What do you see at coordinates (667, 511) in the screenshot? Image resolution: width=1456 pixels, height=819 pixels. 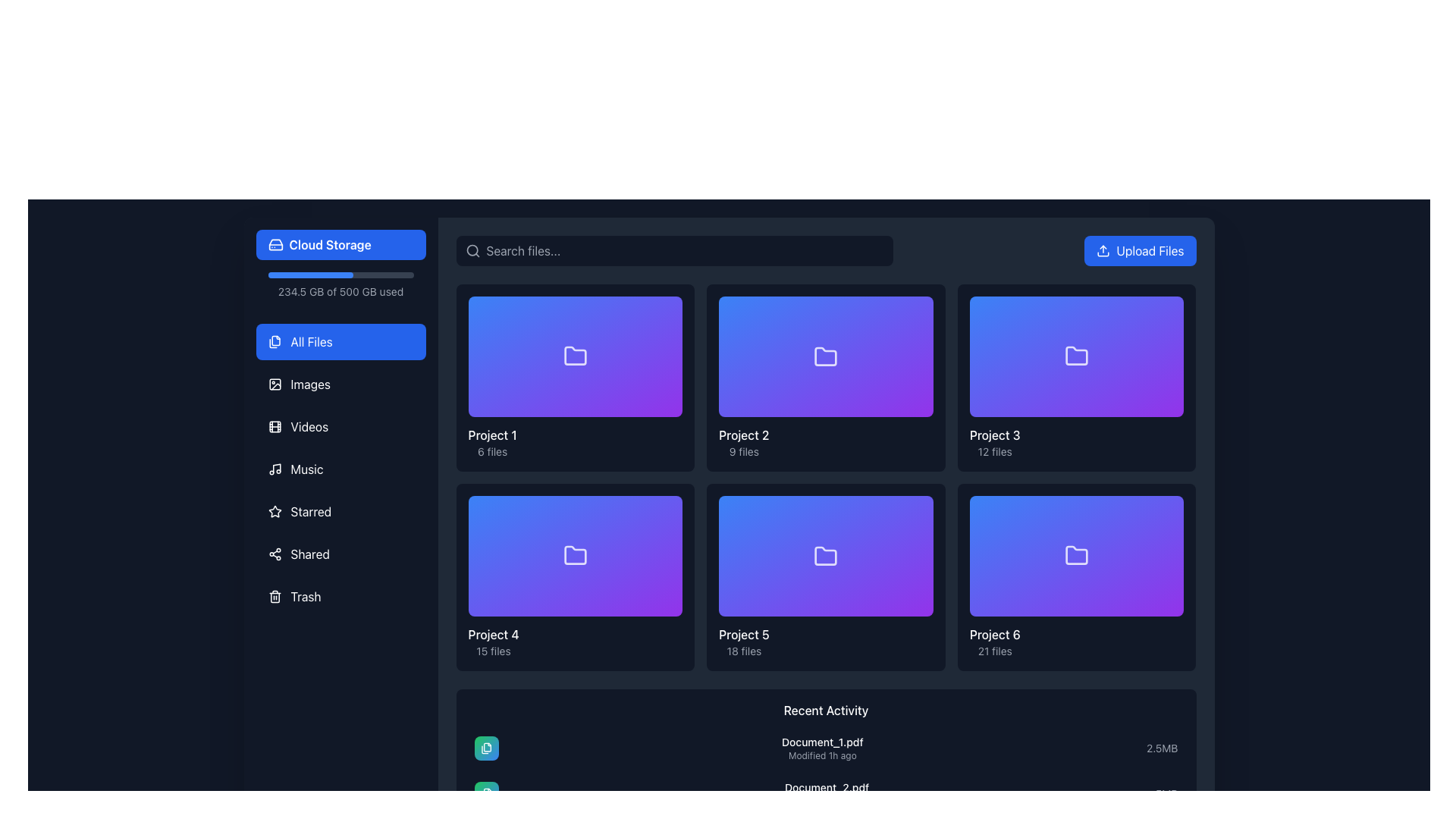 I see `the options menu trigger (Vertical Ellipsis) located in the top right corner of the 'Project 4' card` at bounding box center [667, 511].